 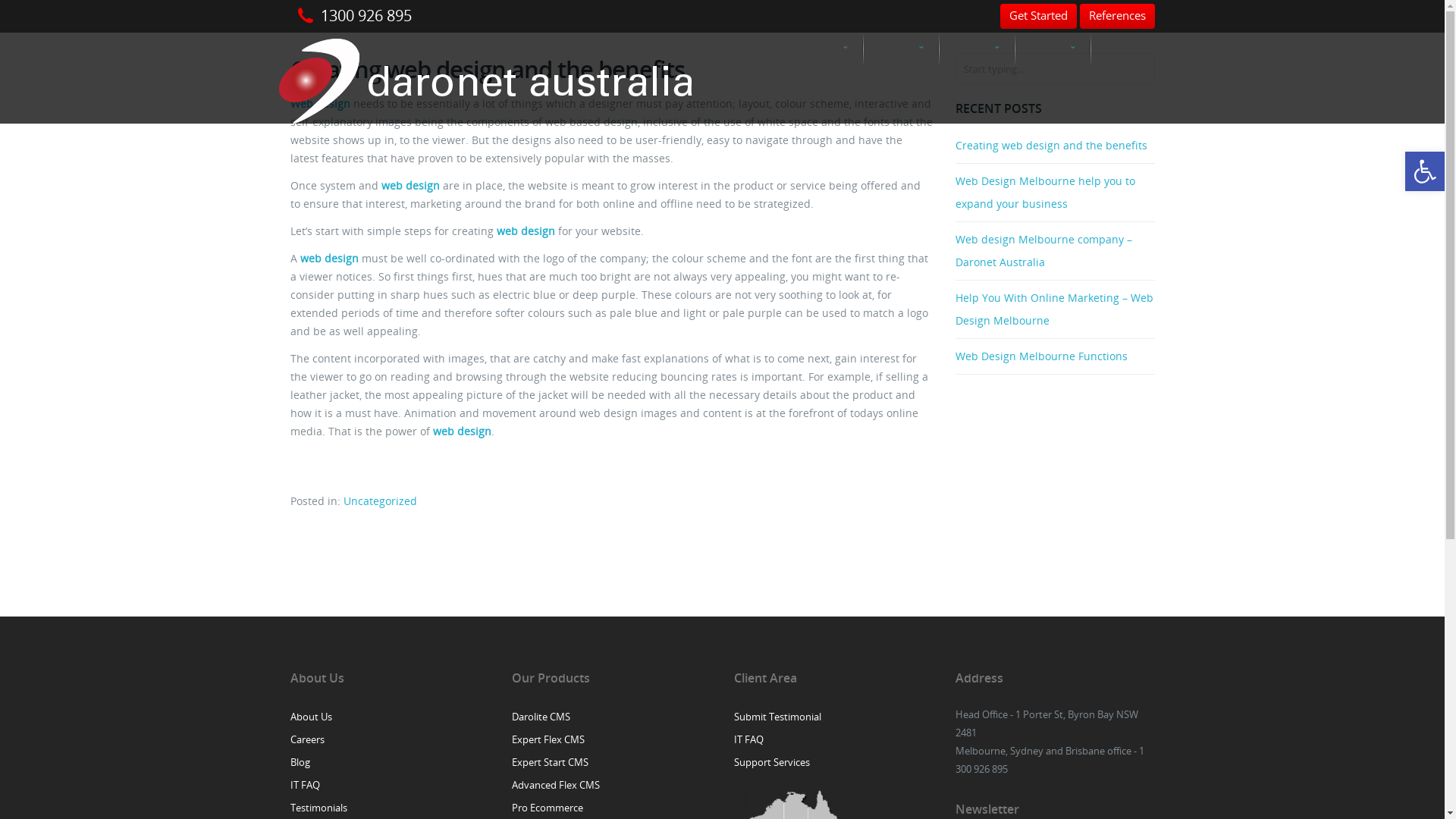 I want to click on 'Pro Ecommerce', so click(x=546, y=806).